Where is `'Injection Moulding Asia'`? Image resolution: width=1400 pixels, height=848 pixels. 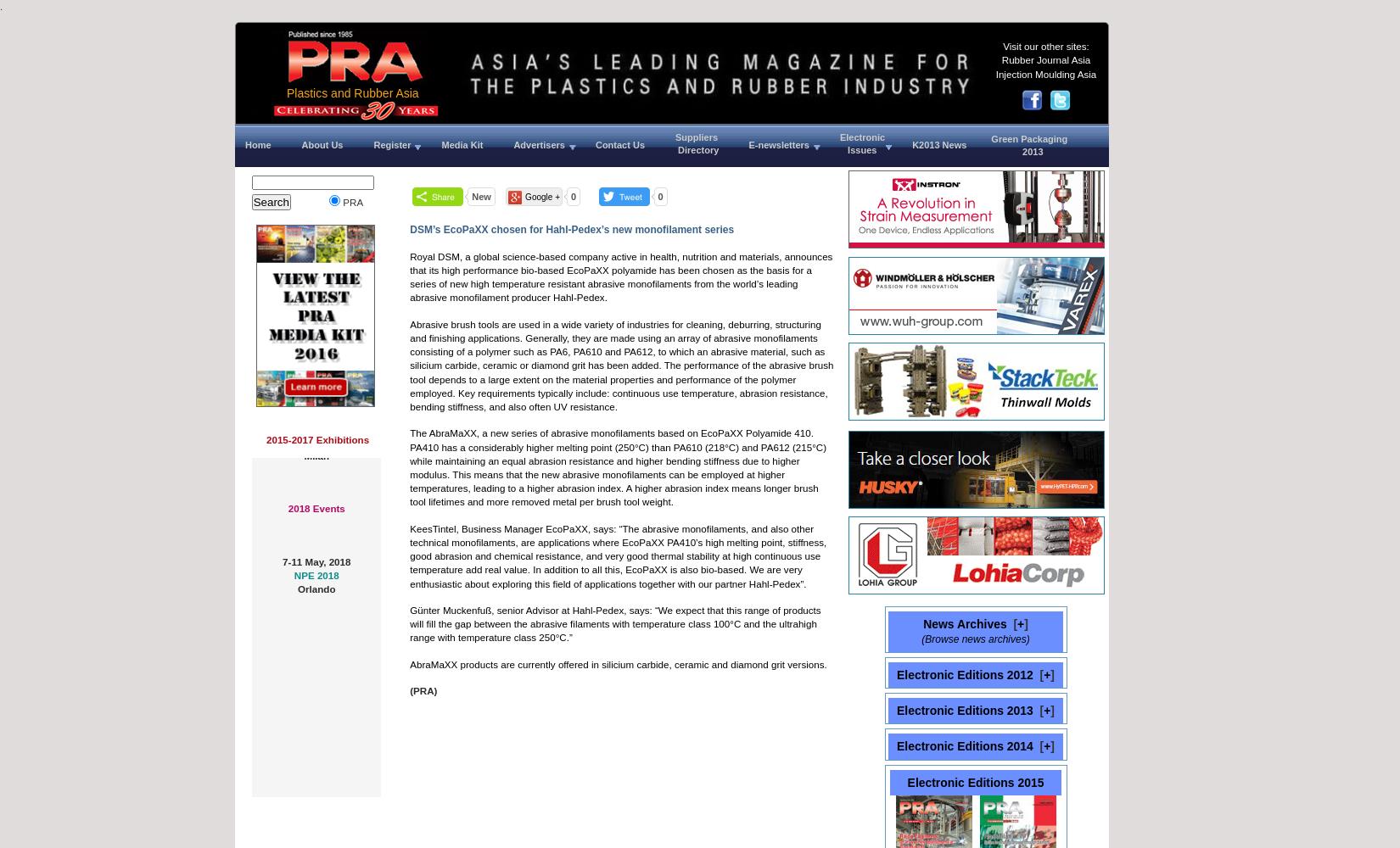
'Injection Moulding Asia' is located at coordinates (1045, 72).